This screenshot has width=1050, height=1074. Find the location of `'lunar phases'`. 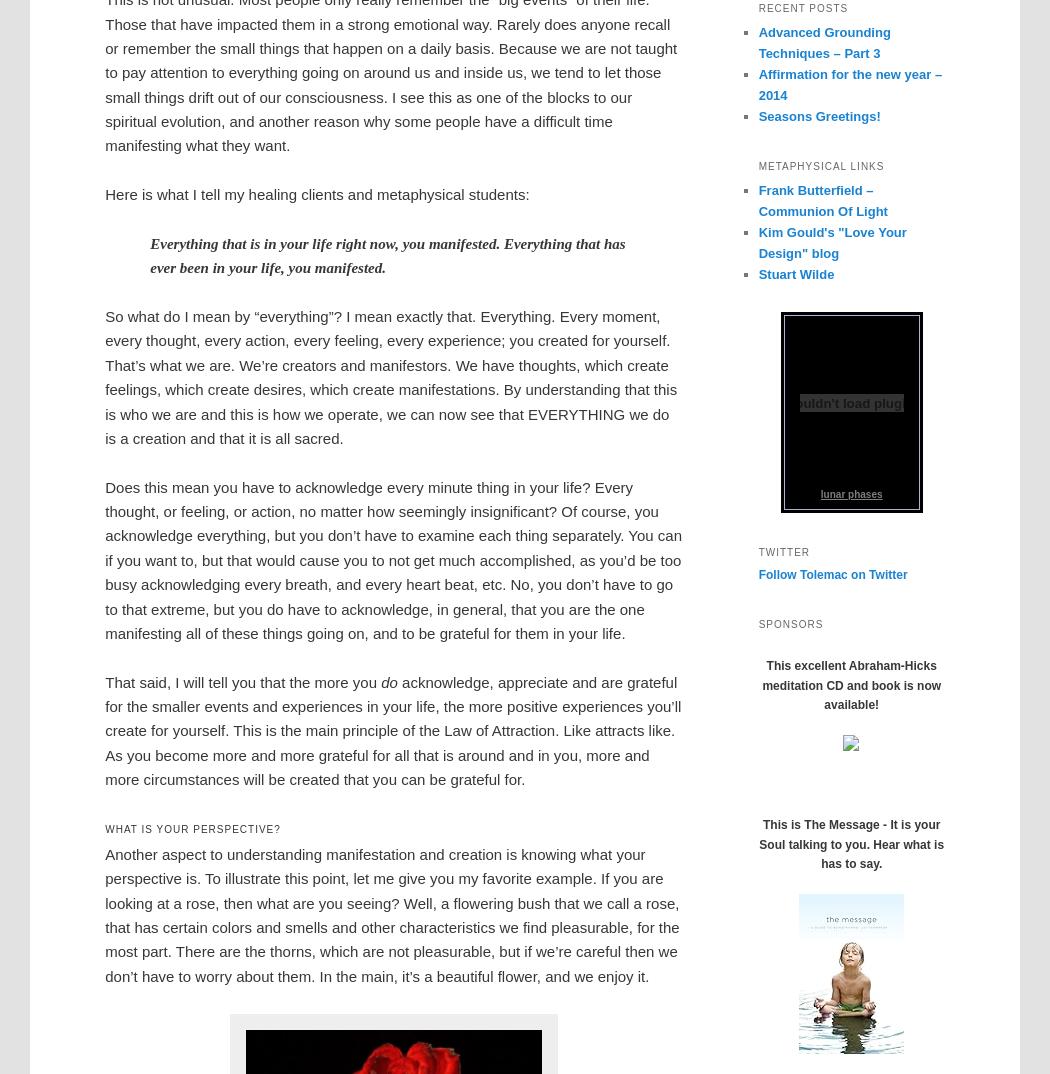

'lunar phases' is located at coordinates (851, 493).